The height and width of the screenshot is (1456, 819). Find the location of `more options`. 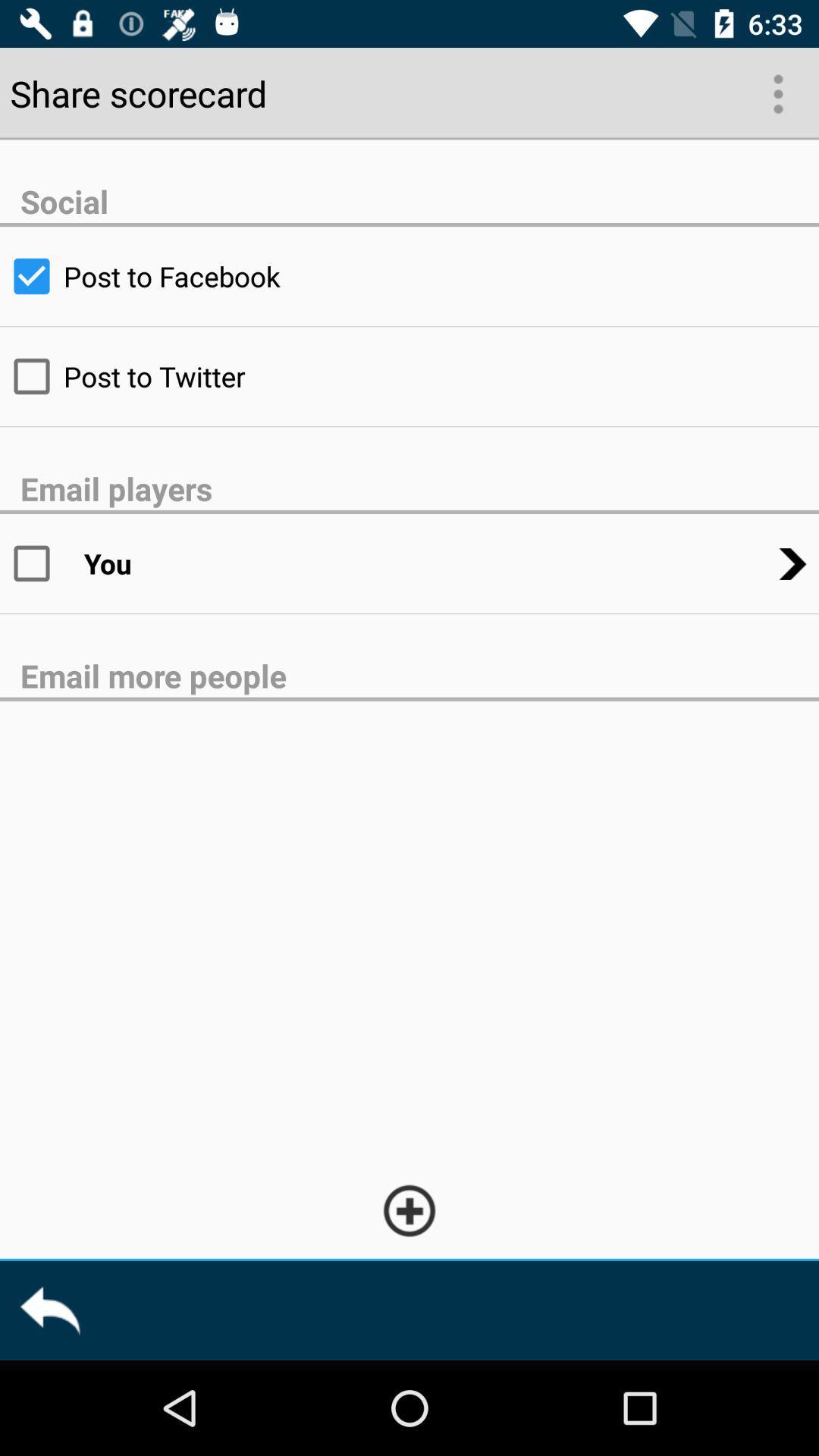

more options is located at coordinates (777, 92).